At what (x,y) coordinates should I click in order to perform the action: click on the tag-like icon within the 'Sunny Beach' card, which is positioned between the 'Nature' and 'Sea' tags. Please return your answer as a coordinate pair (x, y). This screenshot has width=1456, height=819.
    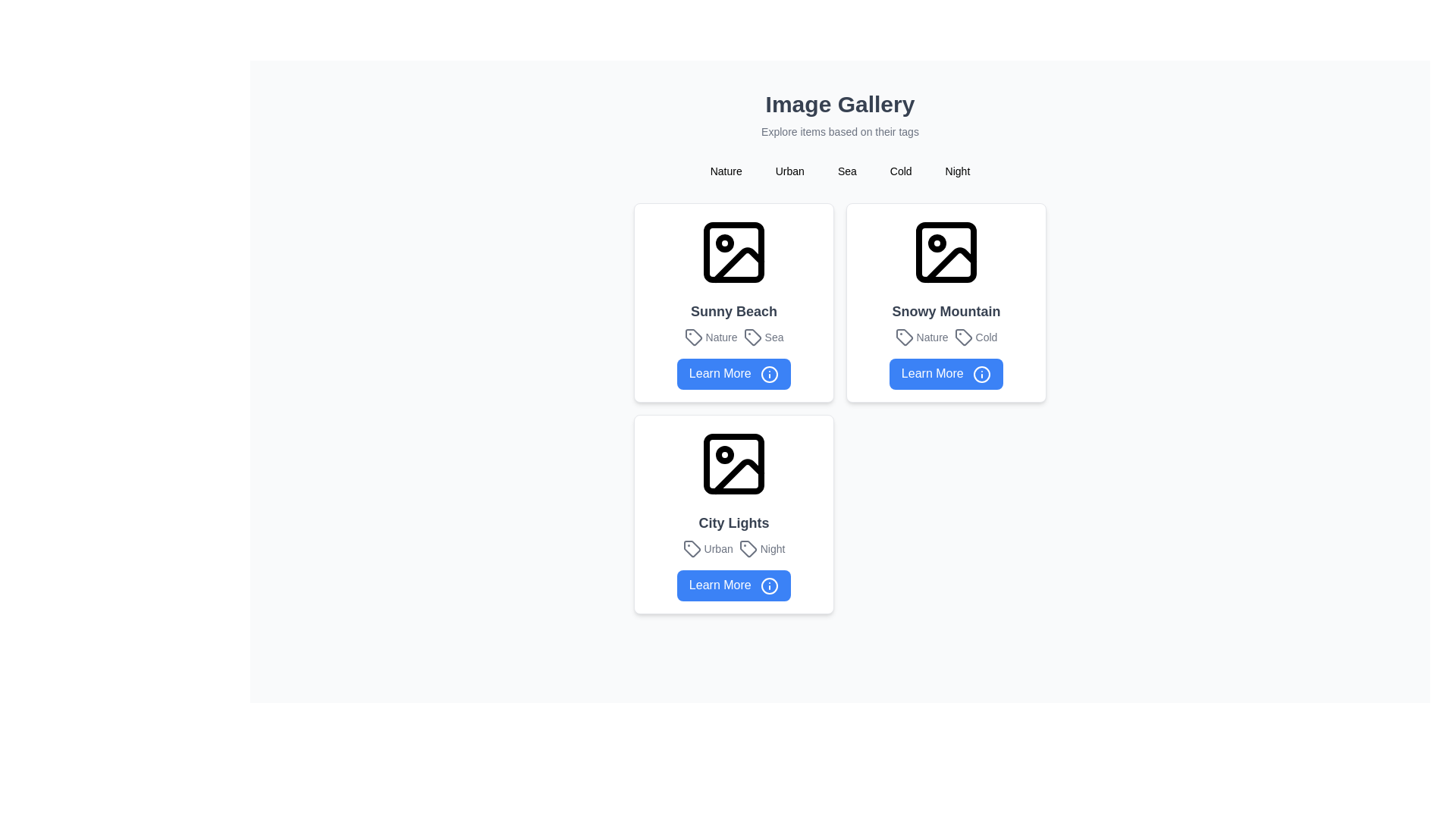
    Looking at the image, I should click on (692, 336).